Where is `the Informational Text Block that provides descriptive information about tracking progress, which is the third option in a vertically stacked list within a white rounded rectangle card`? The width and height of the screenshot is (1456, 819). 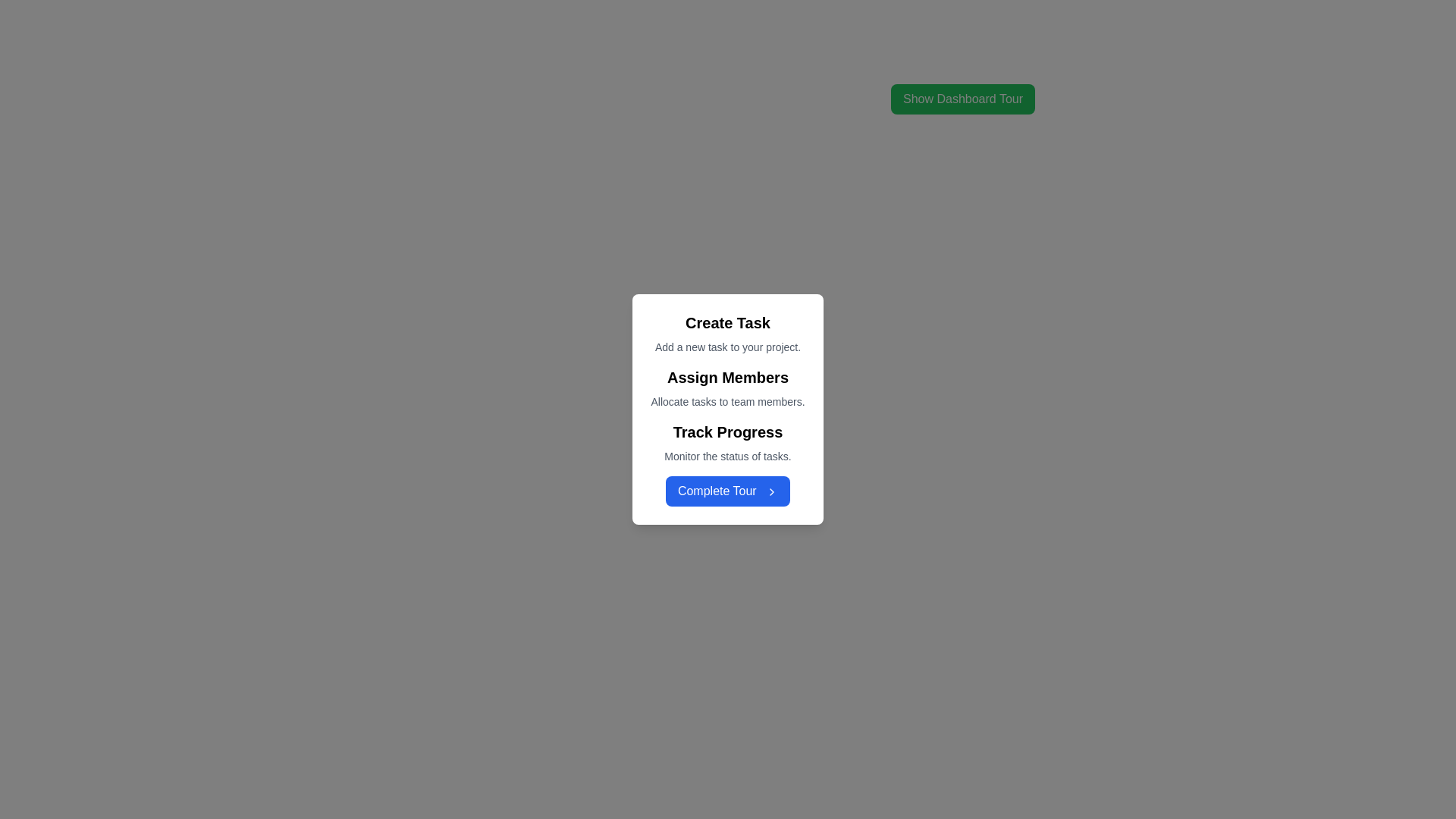 the Informational Text Block that provides descriptive information about tracking progress, which is the third option in a vertically stacked list within a white rounded rectangle card is located at coordinates (728, 442).